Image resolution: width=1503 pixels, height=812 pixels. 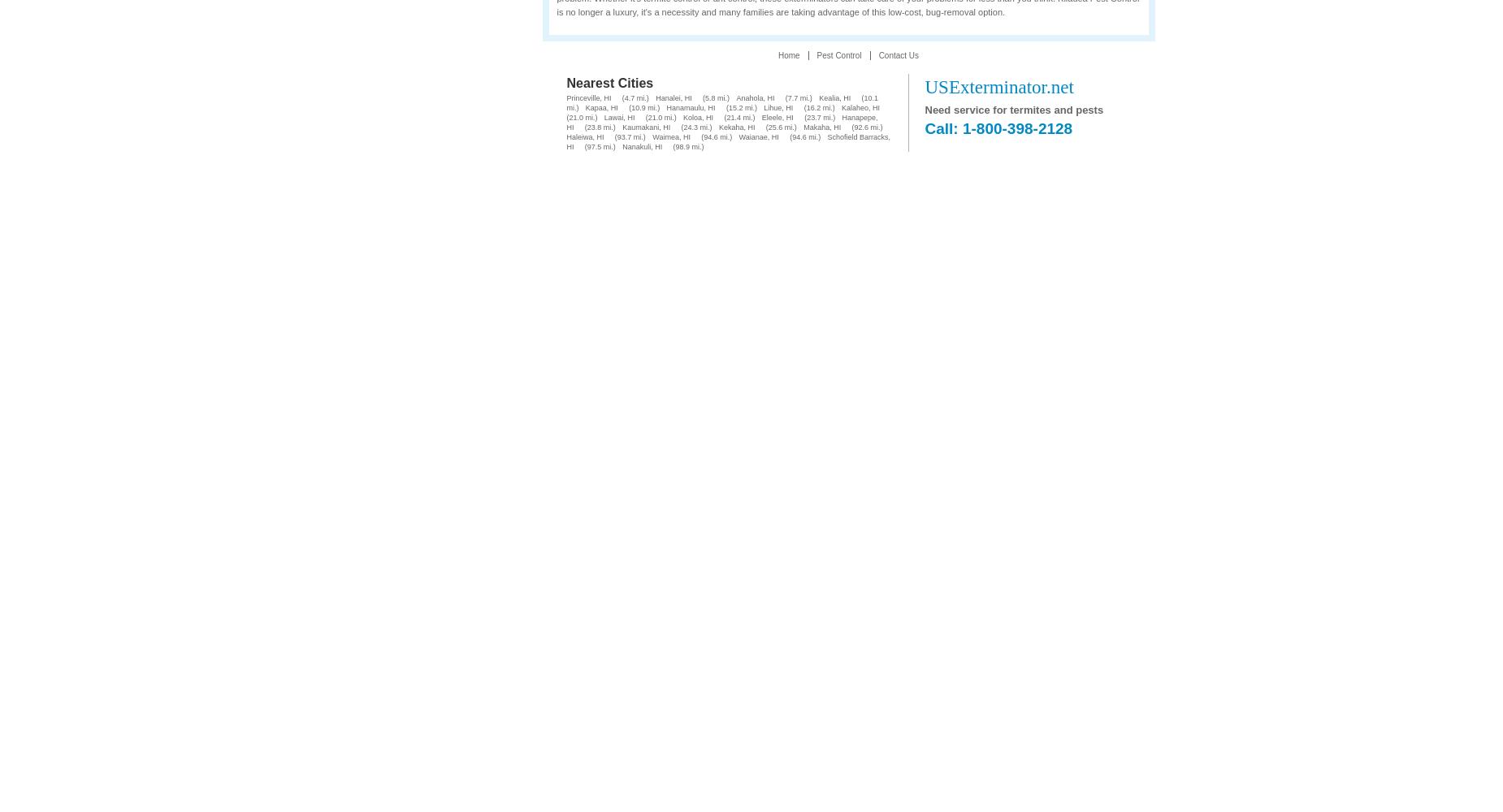 What do you see at coordinates (723, 118) in the screenshot?
I see `'(21.4 mi.)'` at bounding box center [723, 118].